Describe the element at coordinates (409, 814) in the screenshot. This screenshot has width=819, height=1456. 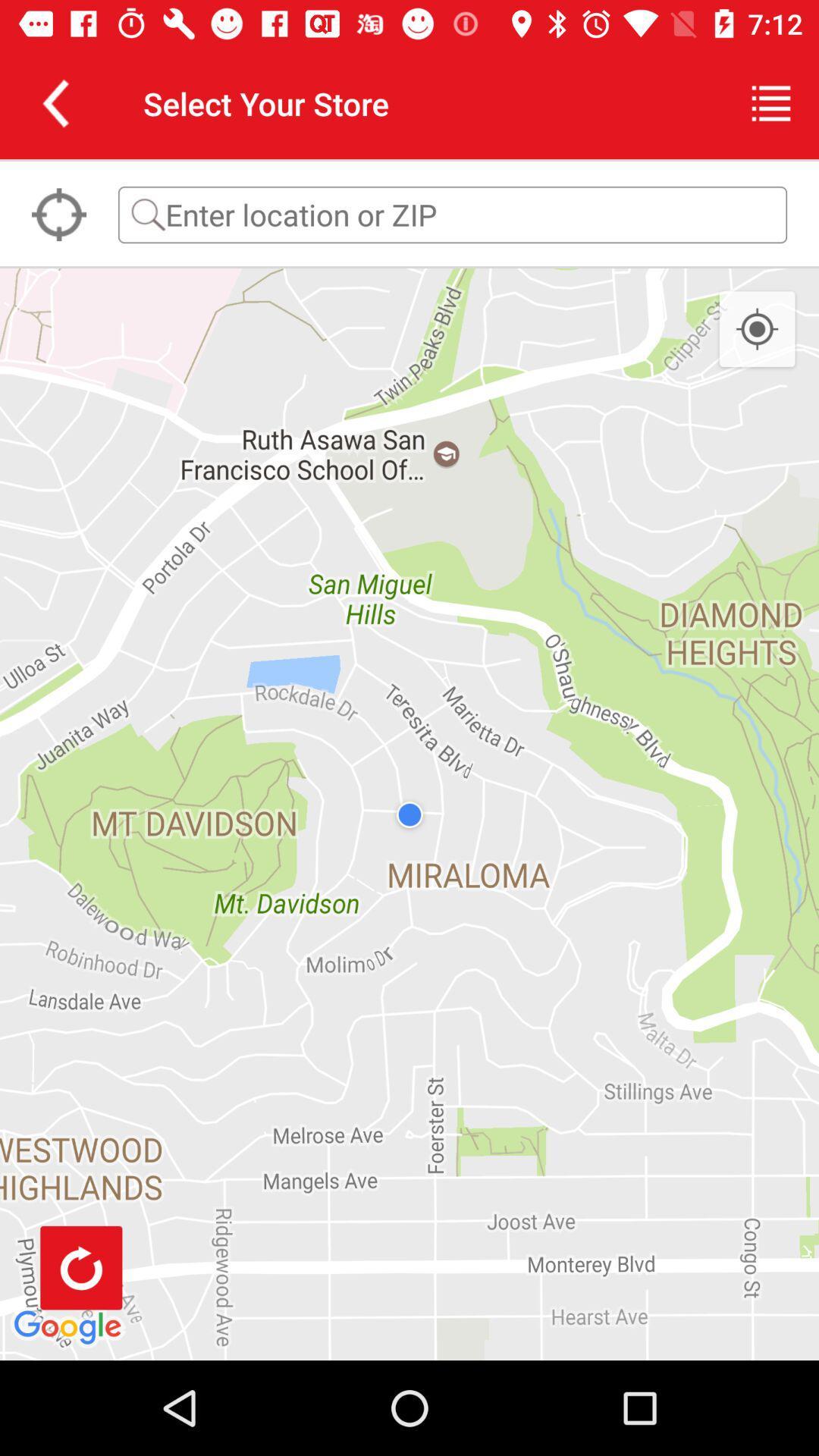
I see `item at the center` at that location.